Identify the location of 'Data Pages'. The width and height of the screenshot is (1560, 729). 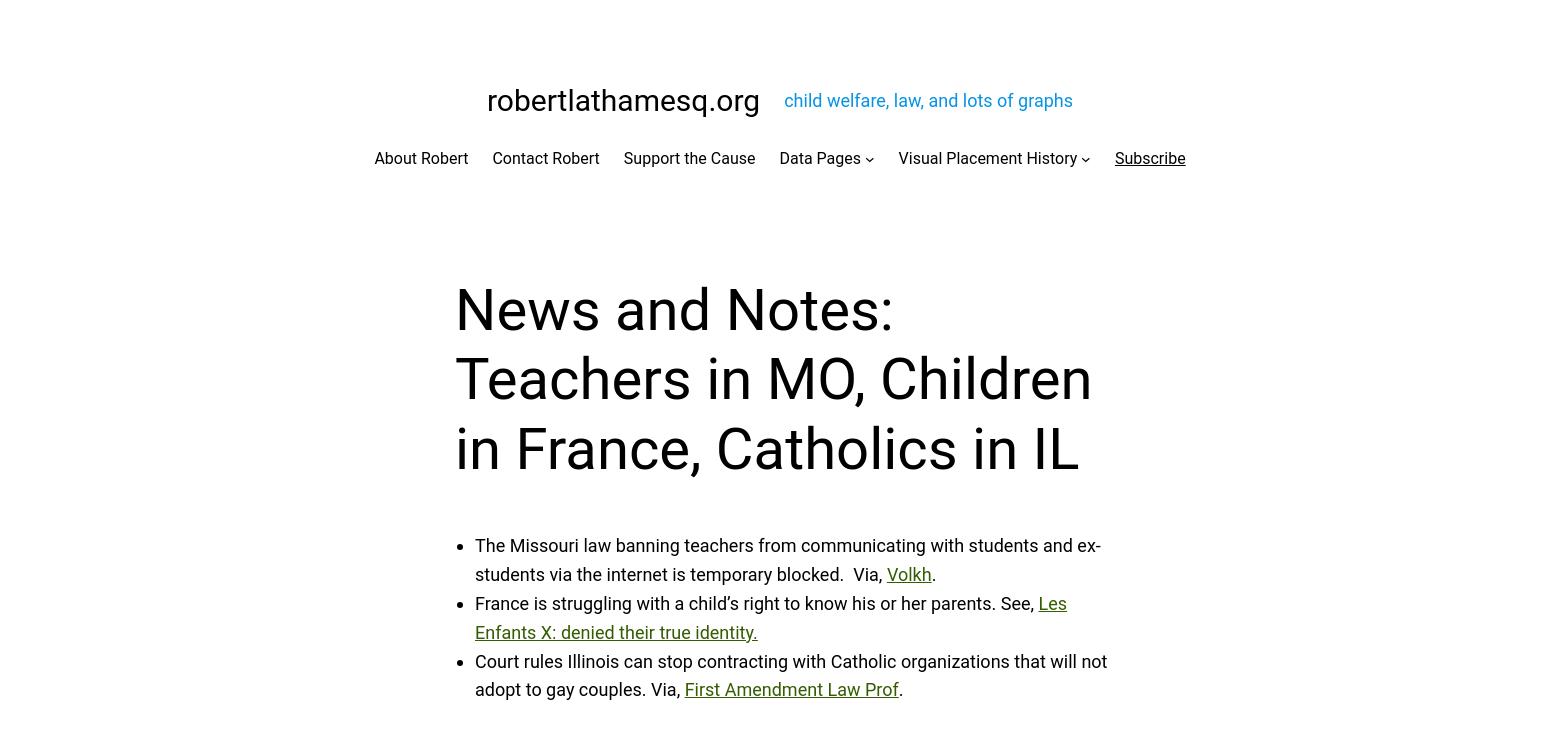
(778, 157).